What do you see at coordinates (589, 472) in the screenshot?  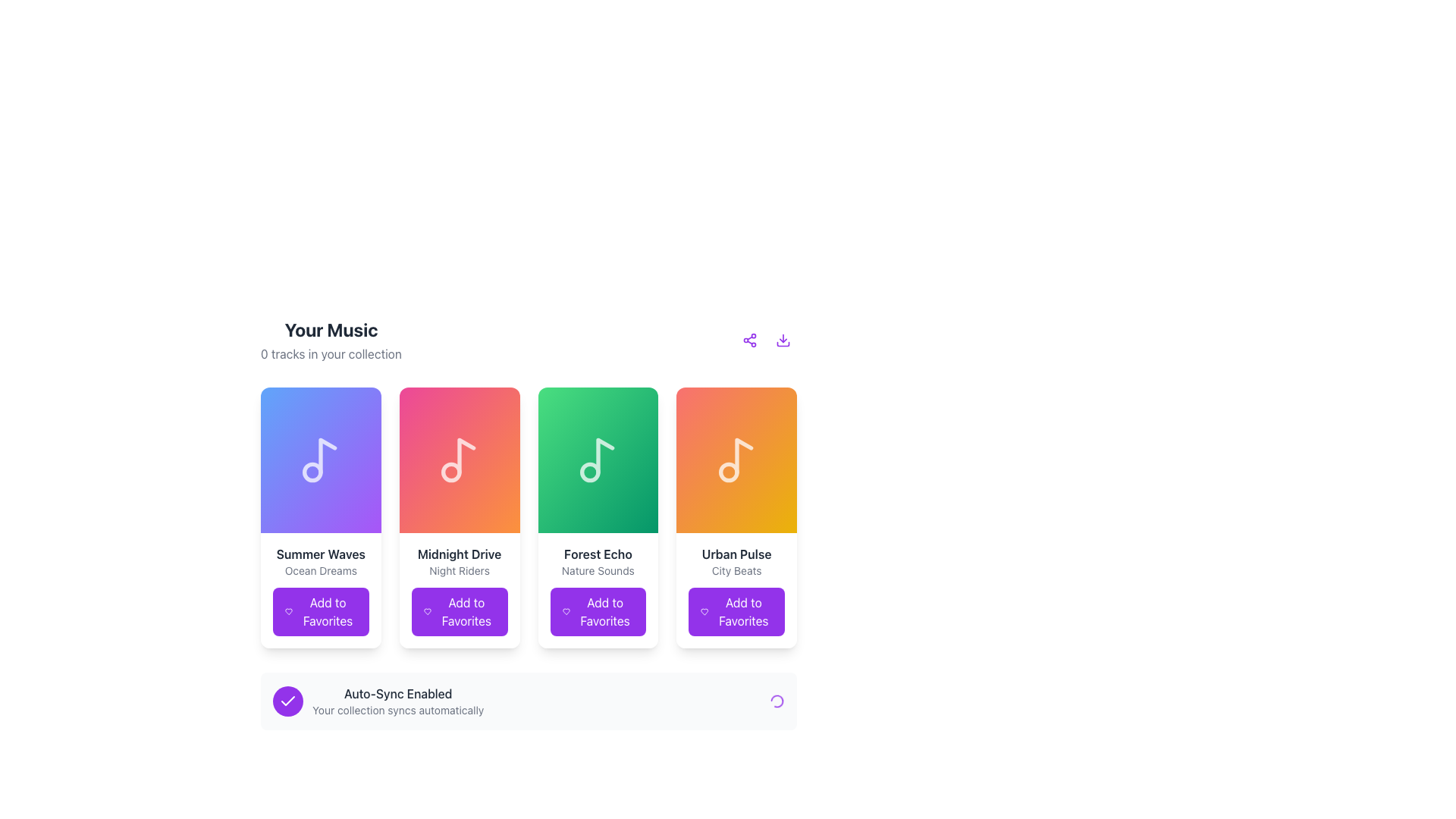 I see `the circular decorative element within the music note icon on the 'Forest Echo' card` at bounding box center [589, 472].